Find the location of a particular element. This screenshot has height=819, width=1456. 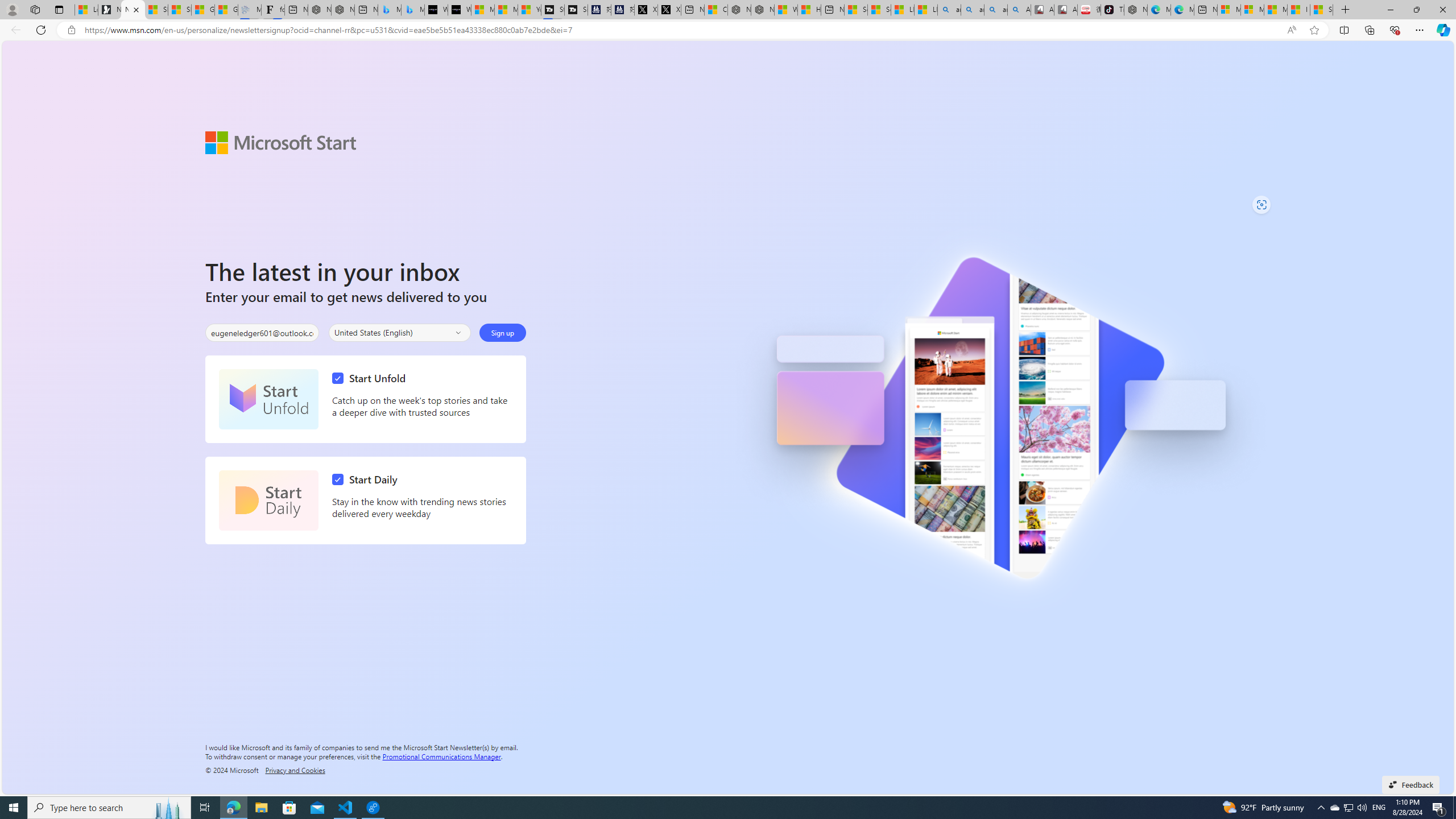

'Huge shark washes ashore at New York City beach | Watch' is located at coordinates (809, 9).